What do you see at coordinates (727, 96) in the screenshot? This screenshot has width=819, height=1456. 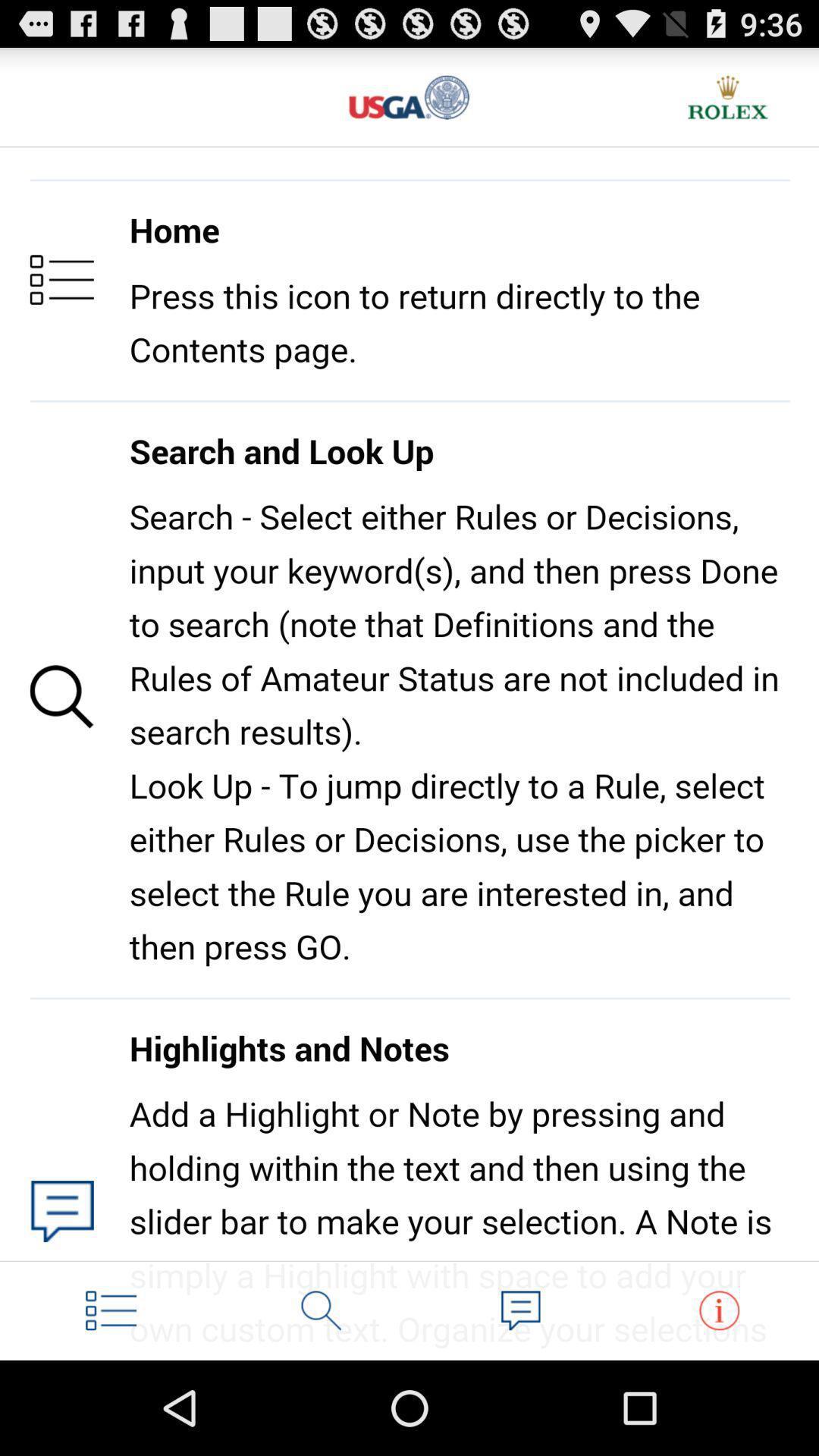 I see `rolex website` at bounding box center [727, 96].